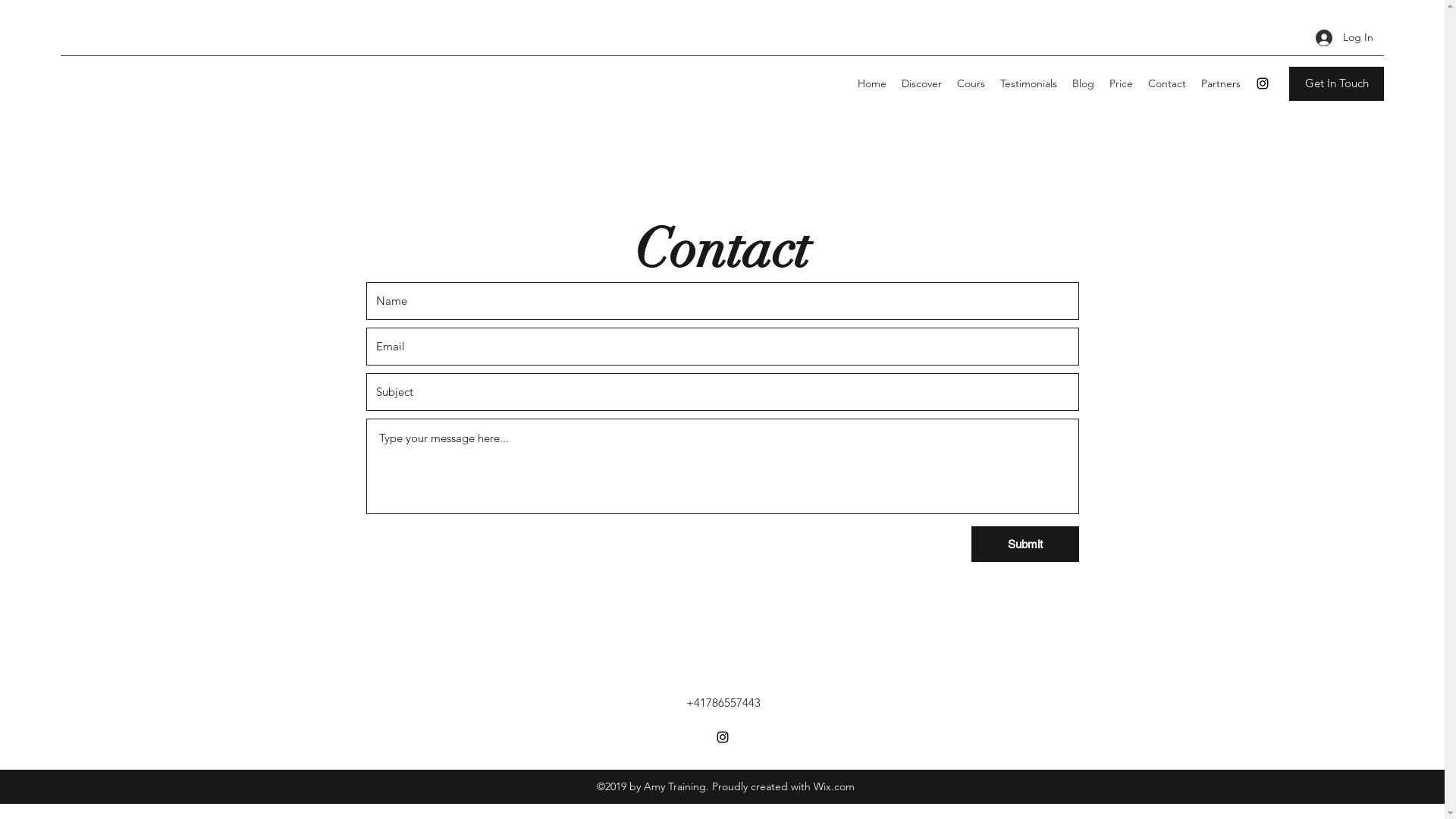  I want to click on 'Blog', so click(1082, 83).